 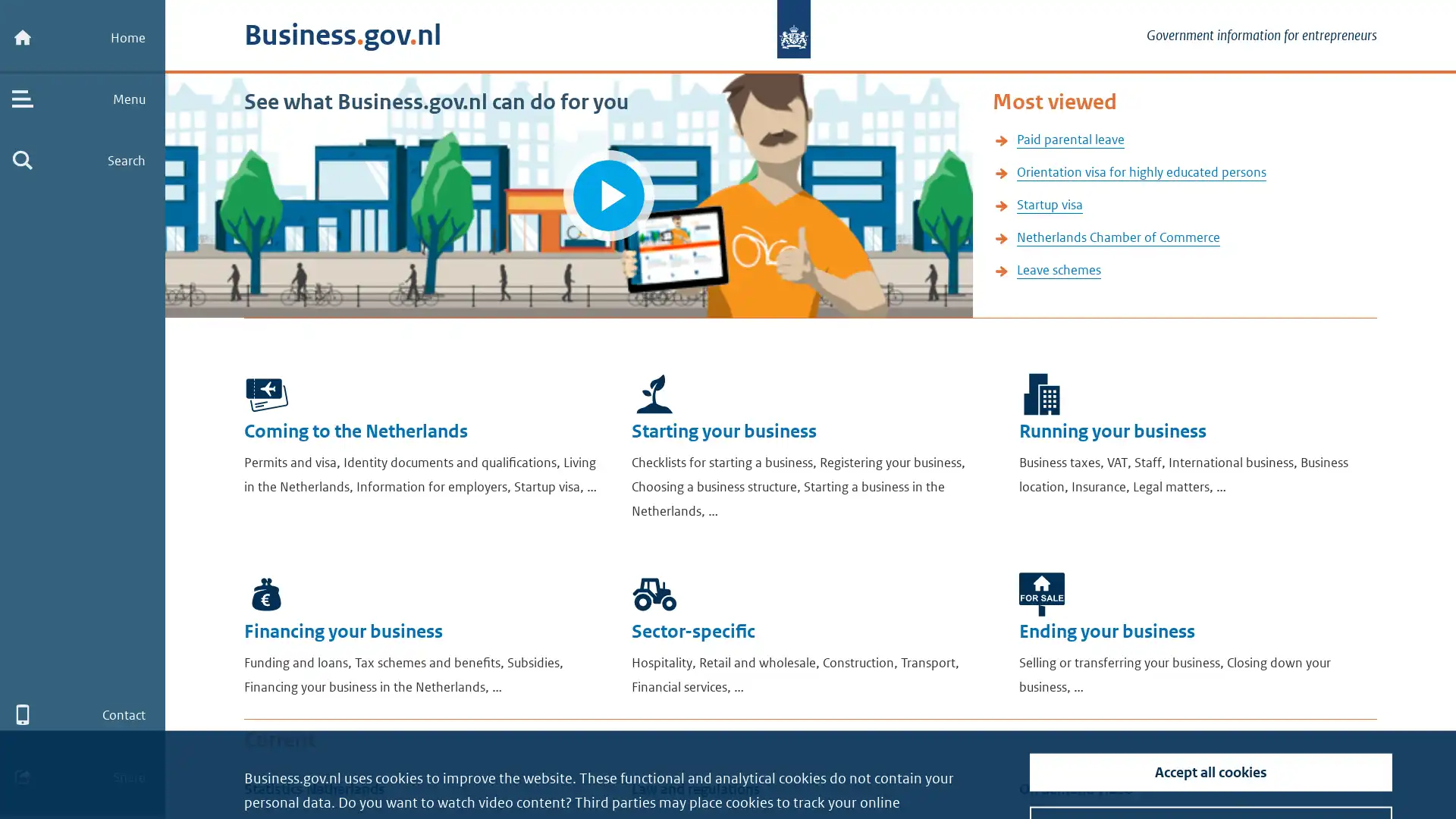 What do you see at coordinates (607, 195) in the screenshot?
I see `Play video` at bounding box center [607, 195].